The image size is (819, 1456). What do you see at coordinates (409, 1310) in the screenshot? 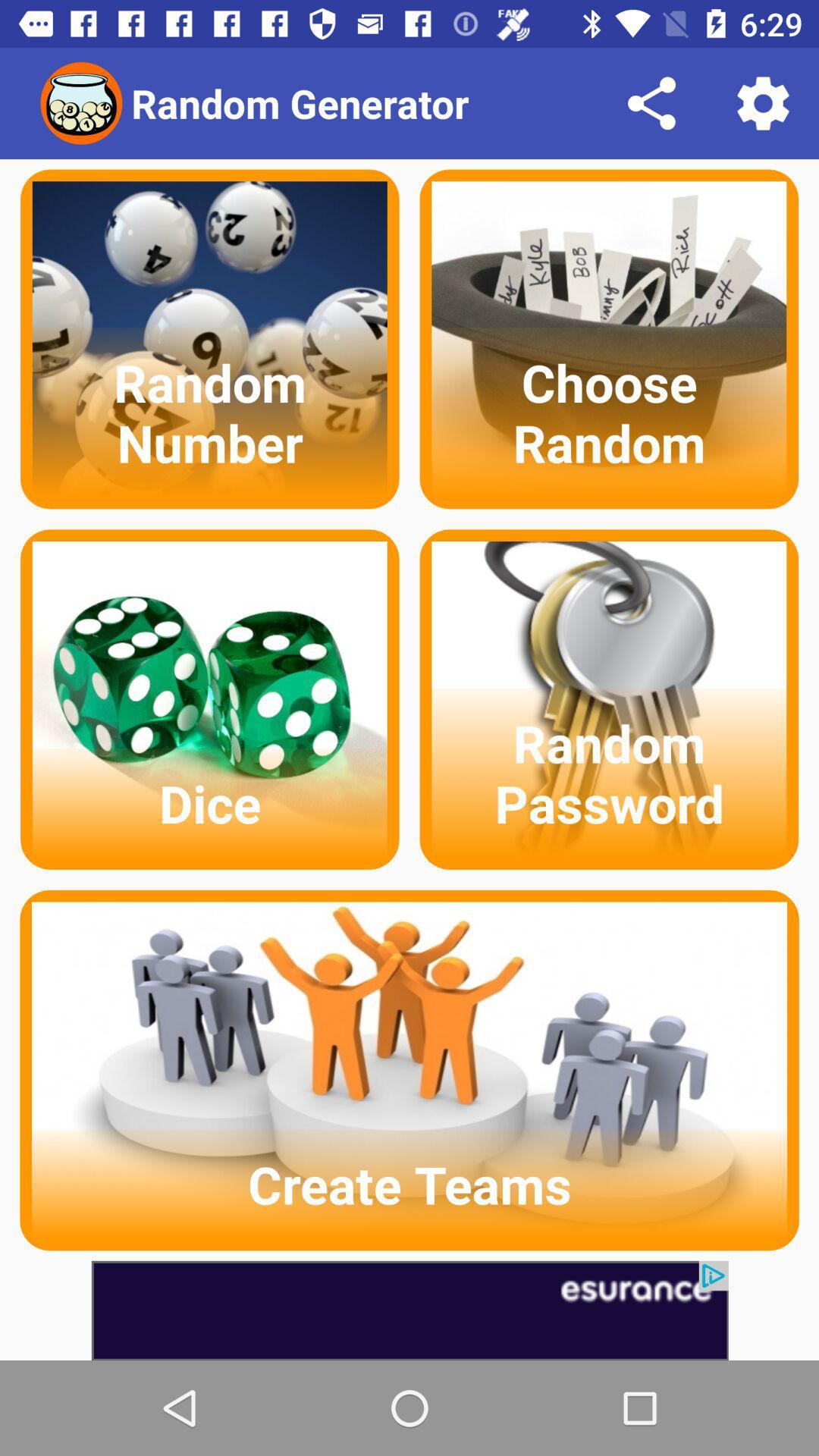
I see `redirects you to esurance offer` at bounding box center [409, 1310].